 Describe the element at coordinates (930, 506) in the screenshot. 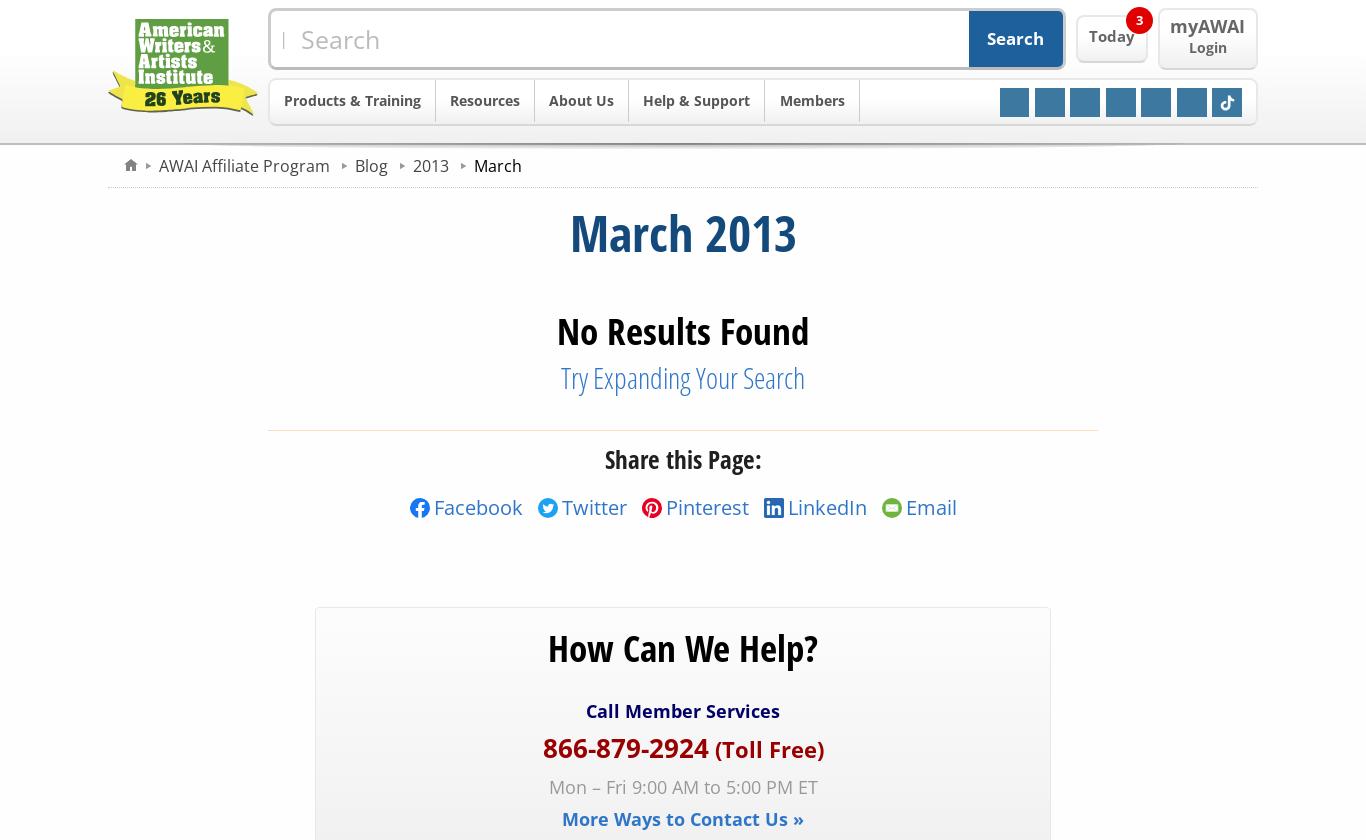

I see `'Email'` at that location.